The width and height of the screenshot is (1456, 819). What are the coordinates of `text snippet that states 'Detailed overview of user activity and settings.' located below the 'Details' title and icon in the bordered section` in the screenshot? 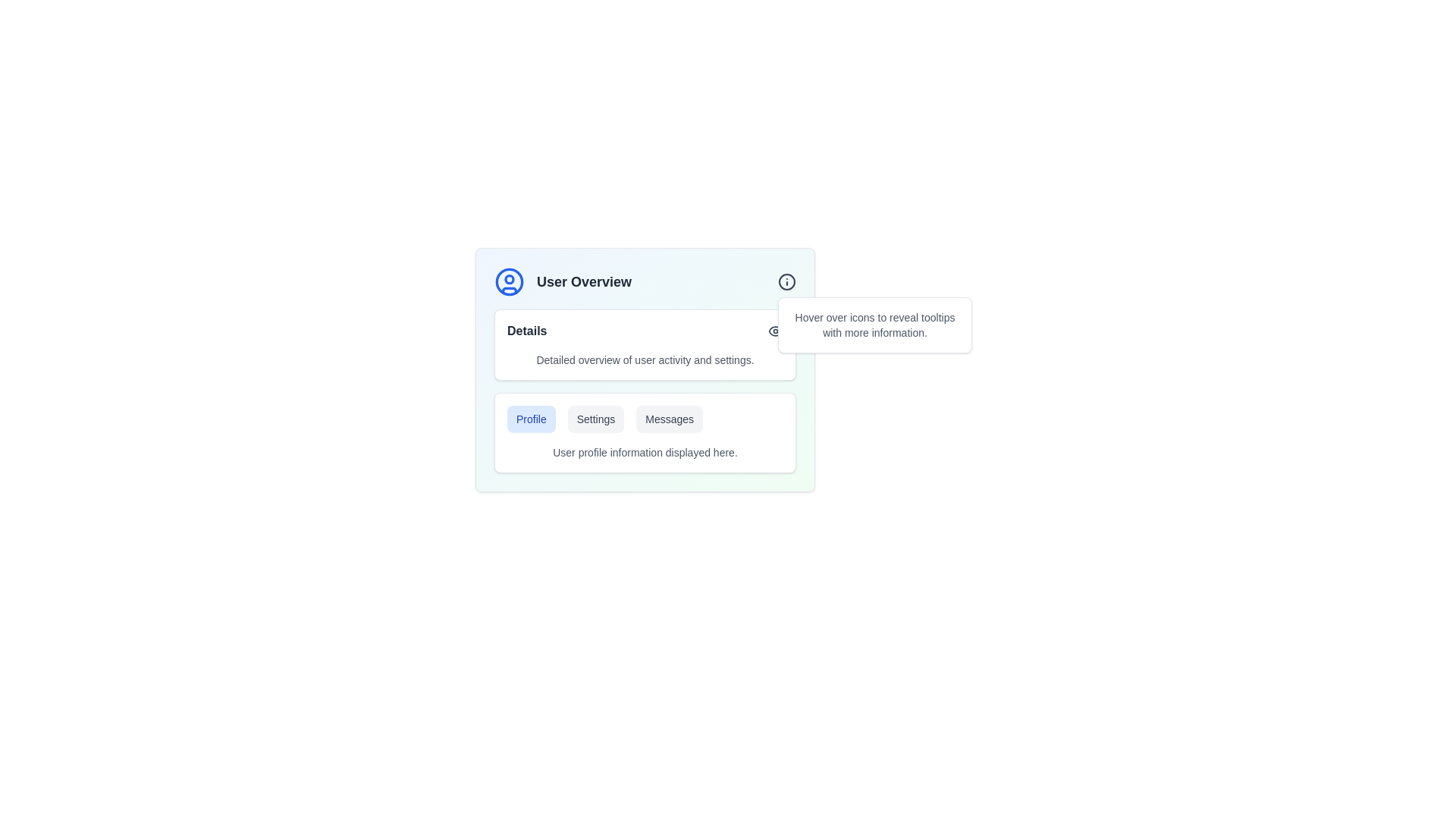 It's located at (645, 359).